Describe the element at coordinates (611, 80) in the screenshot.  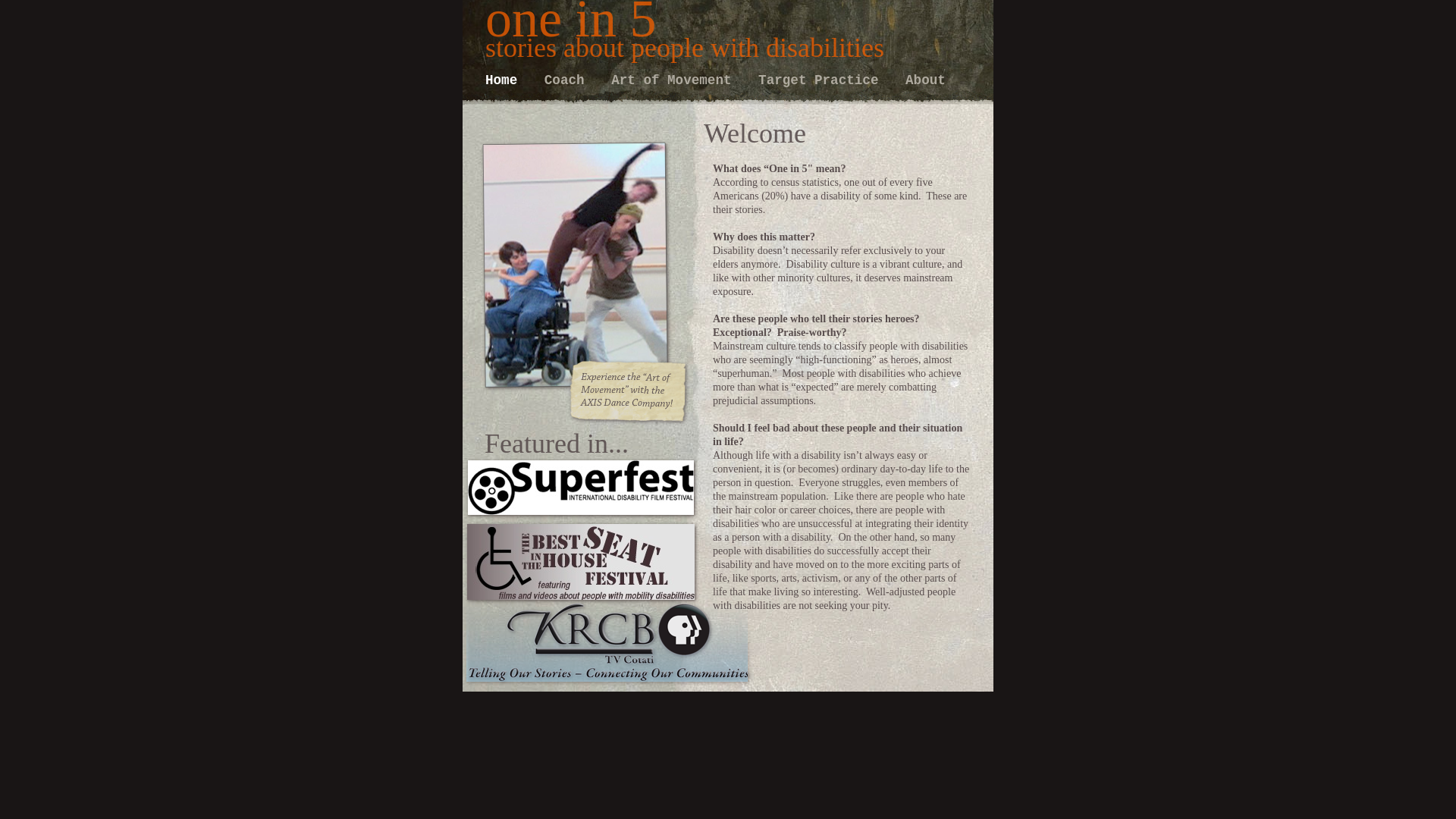
I see `'Art of Movement'` at that location.